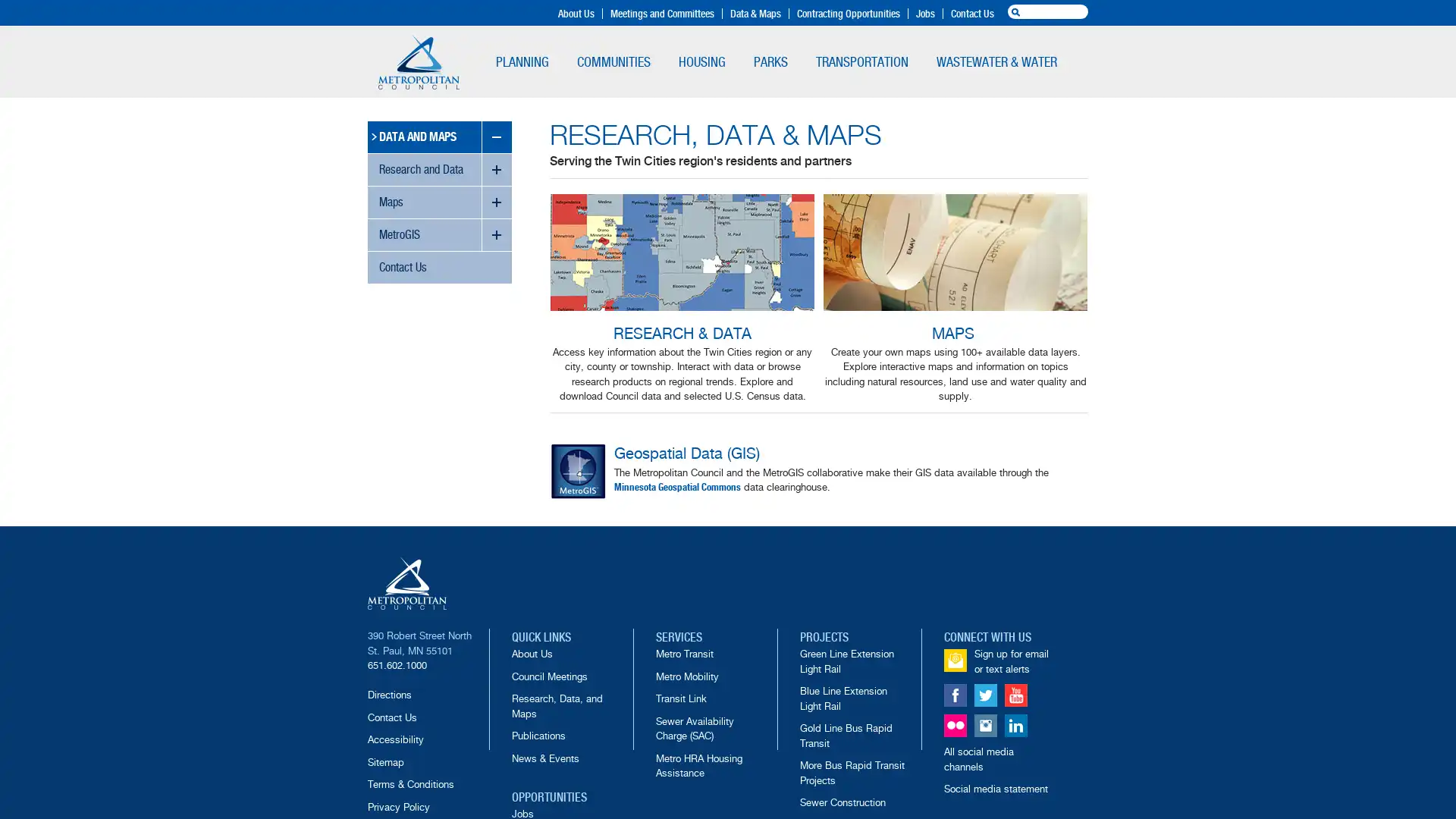 This screenshot has width=1456, height=819. Describe the element at coordinates (496, 137) in the screenshot. I see `toggle sub-menus for Data and Maps` at that location.